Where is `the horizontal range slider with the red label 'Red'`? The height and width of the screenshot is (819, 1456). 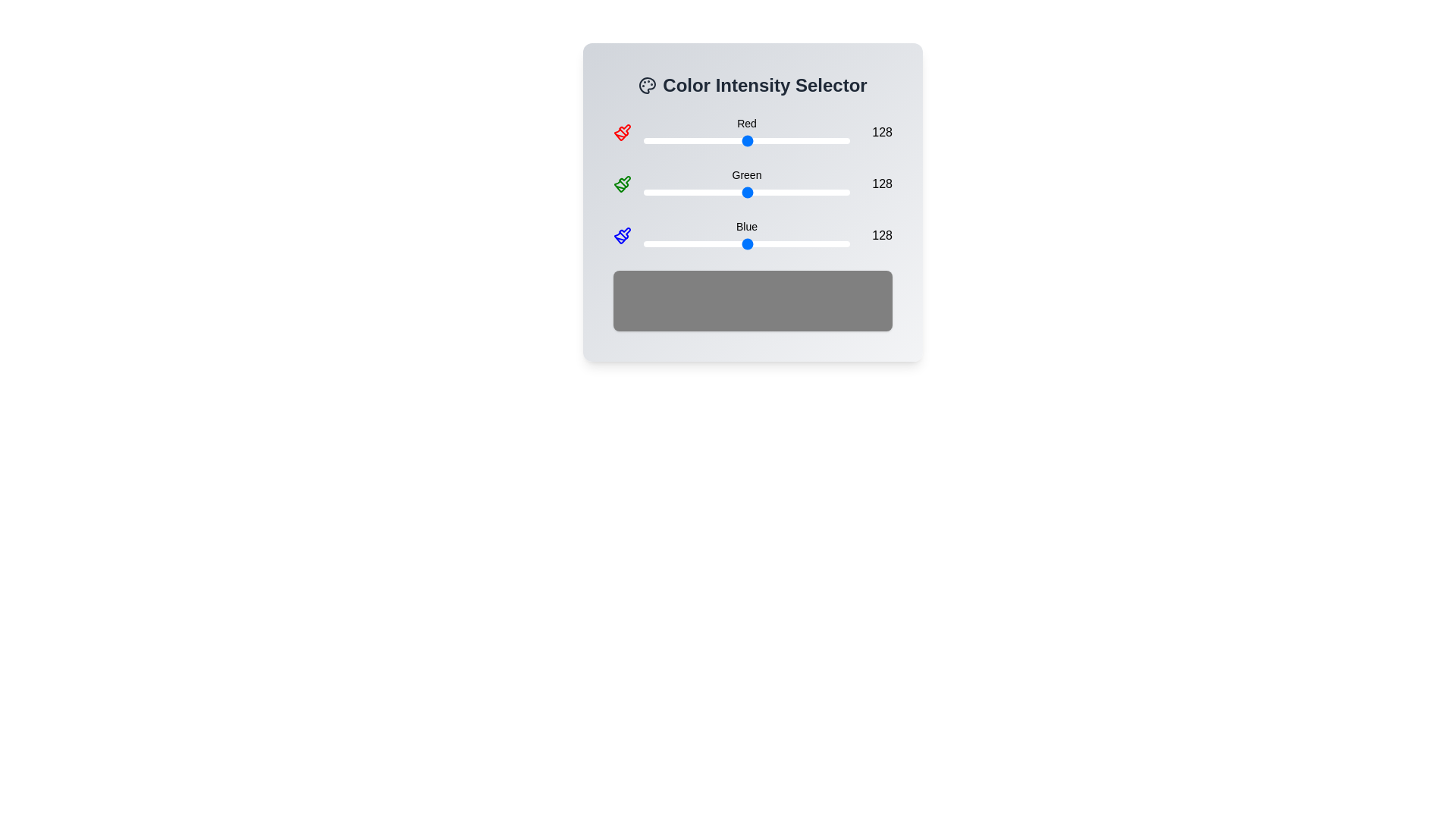
the horizontal range slider with the red label 'Red' is located at coordinates (753, 131).